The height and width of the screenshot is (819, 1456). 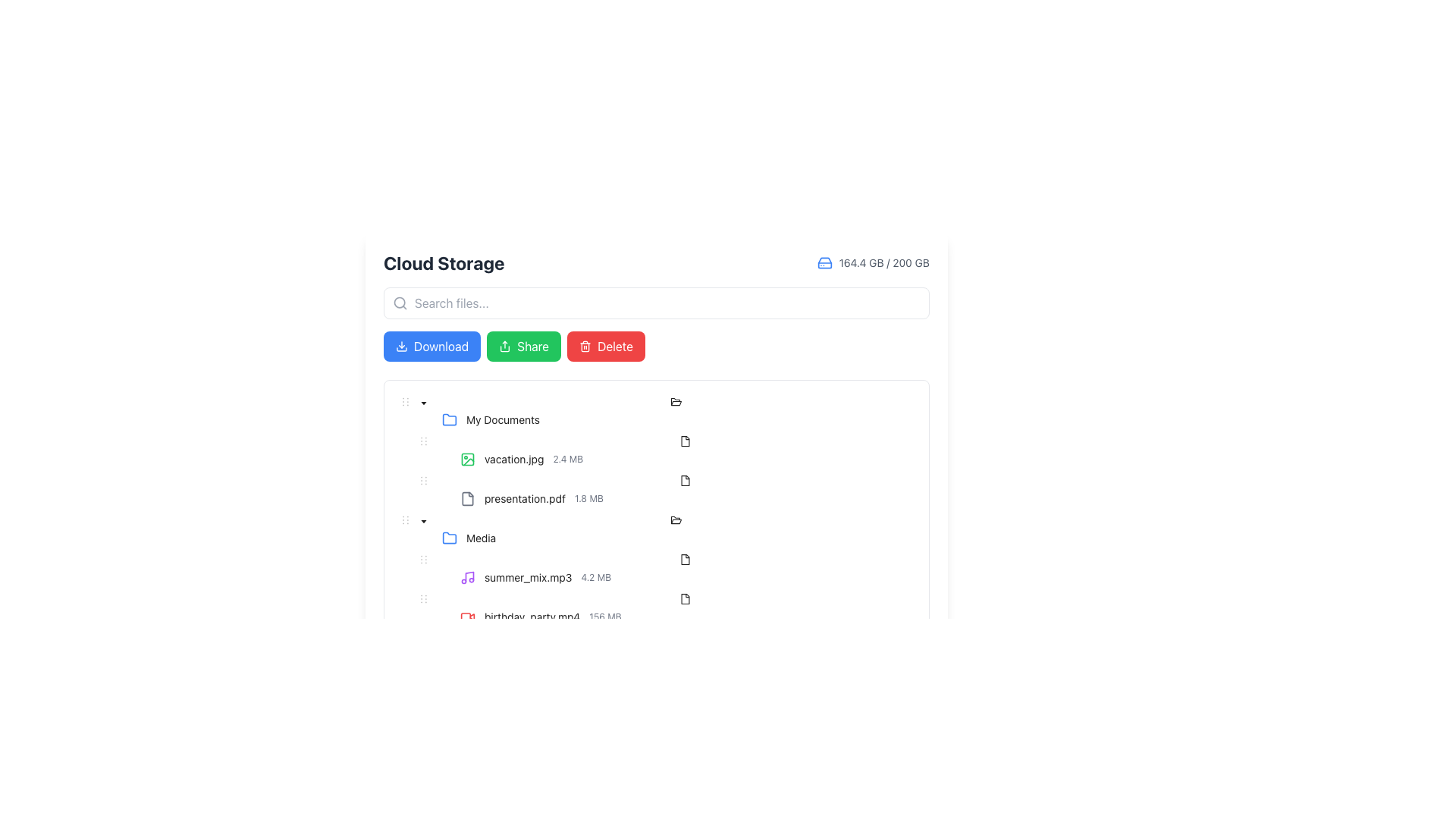 What do you see at coordinates (514, 458) in the screenshot?
I see `the filename text label that indicates the name of a file in the Cloud Storage interface` at bounding box center [514, 458].